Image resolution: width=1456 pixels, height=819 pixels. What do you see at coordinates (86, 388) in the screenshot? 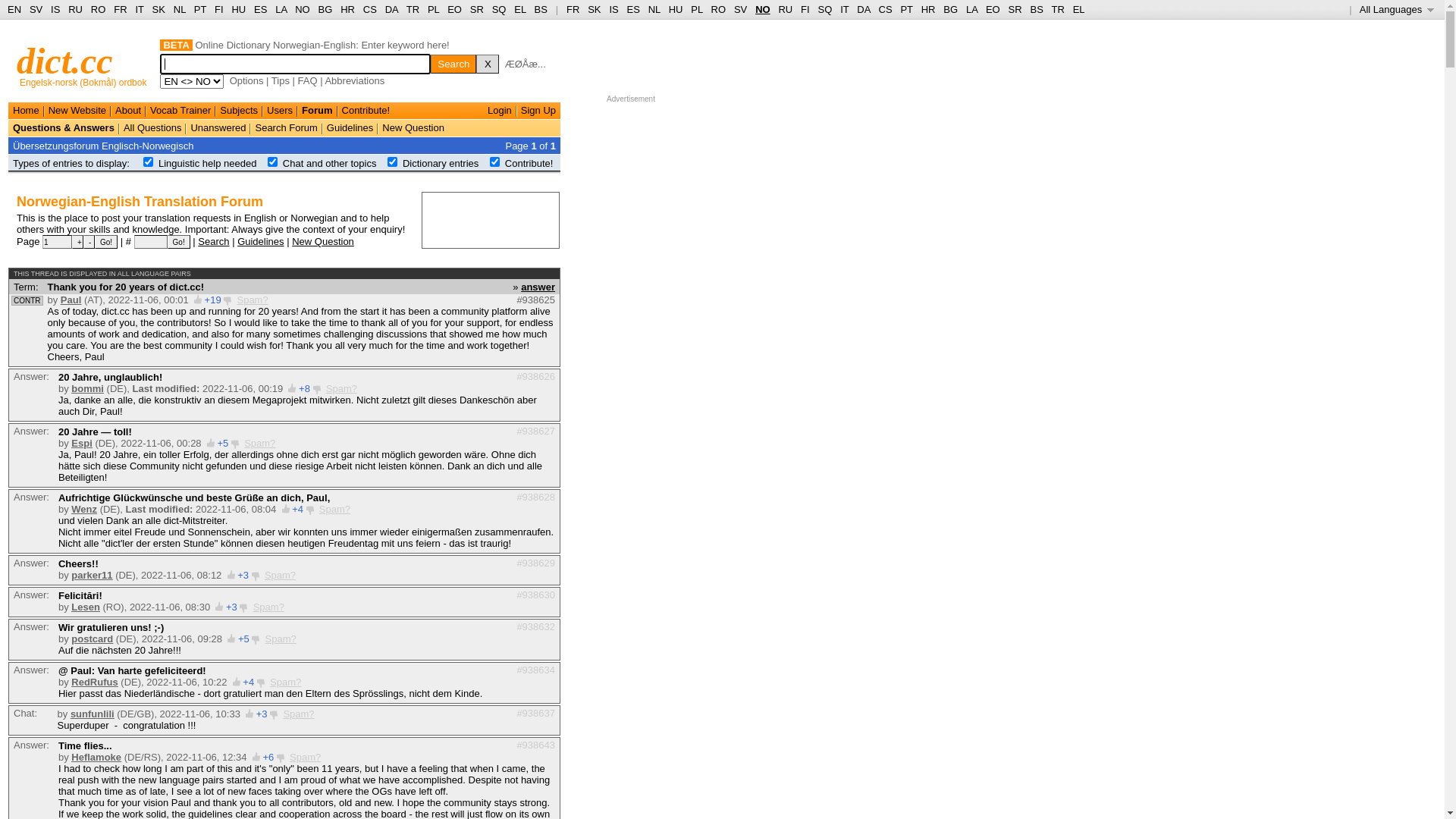
I see `'bommi'` at bounding box center [86, 388].